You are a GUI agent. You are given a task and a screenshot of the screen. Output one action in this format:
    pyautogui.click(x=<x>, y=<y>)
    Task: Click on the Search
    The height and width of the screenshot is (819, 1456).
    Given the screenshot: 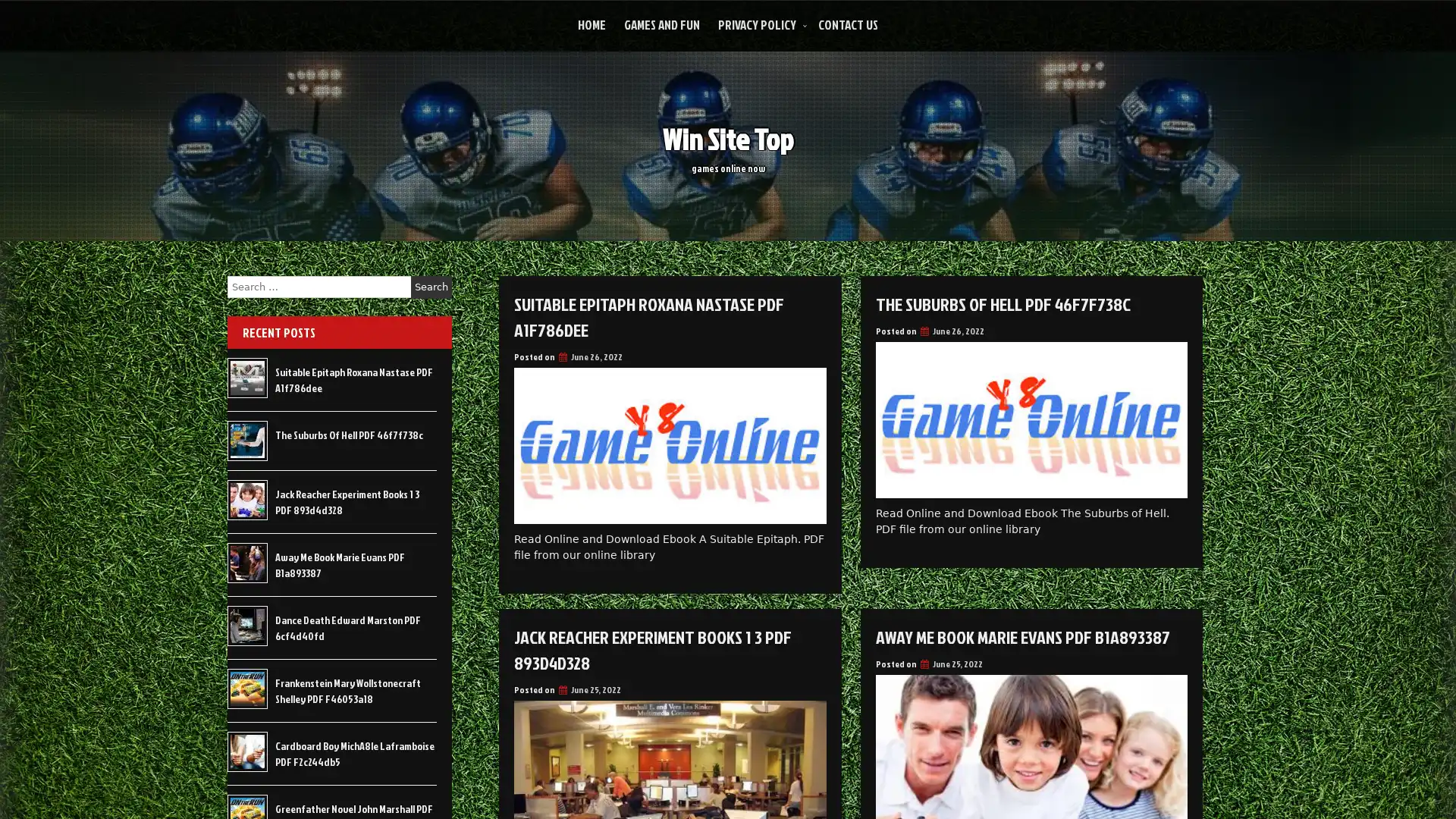 What is the action you would take?
    pyautogui.click(x=431, y=287)
    